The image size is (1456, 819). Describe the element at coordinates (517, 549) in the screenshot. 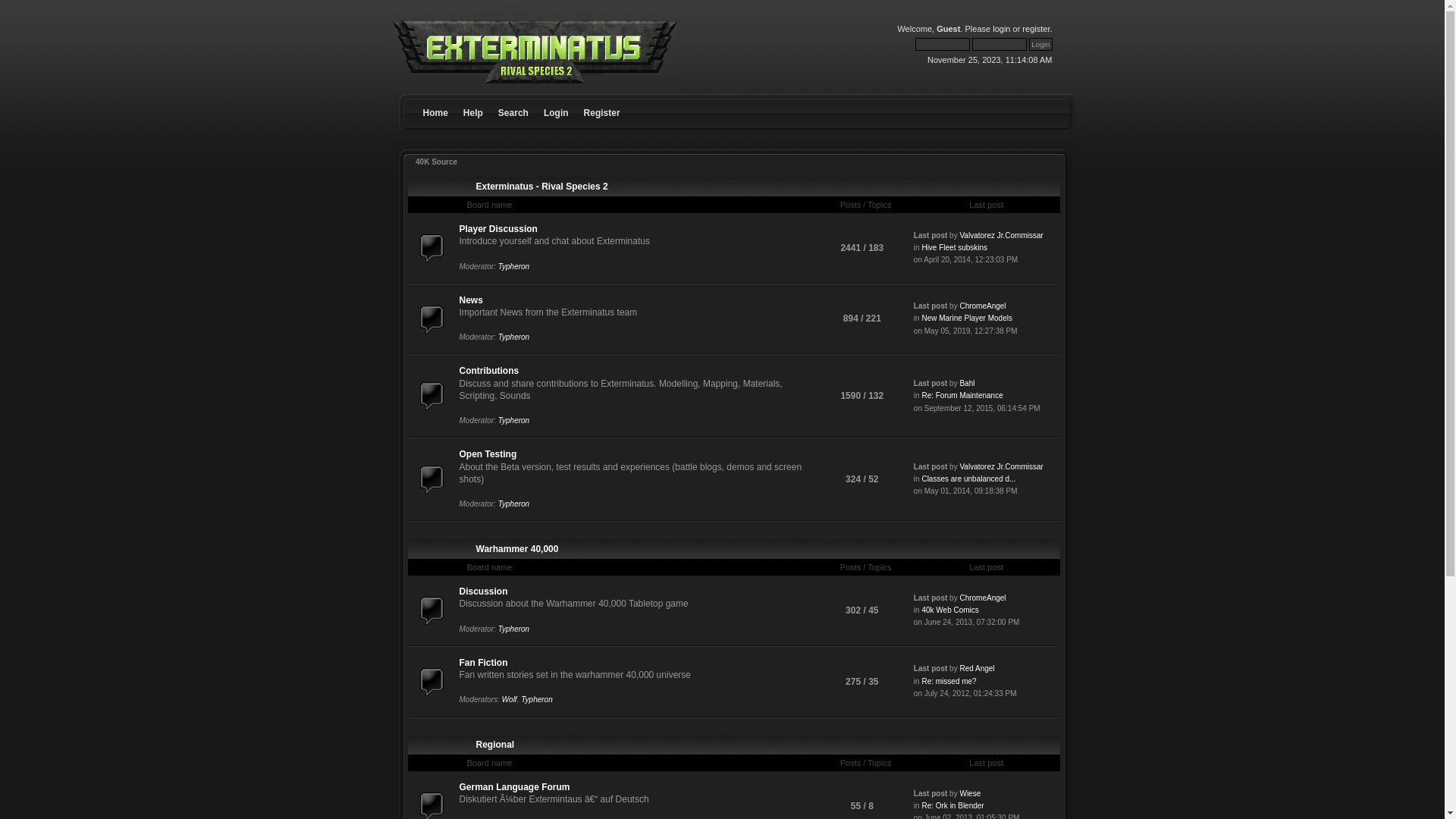

I see `'Warhammer 40,000'` at that location.